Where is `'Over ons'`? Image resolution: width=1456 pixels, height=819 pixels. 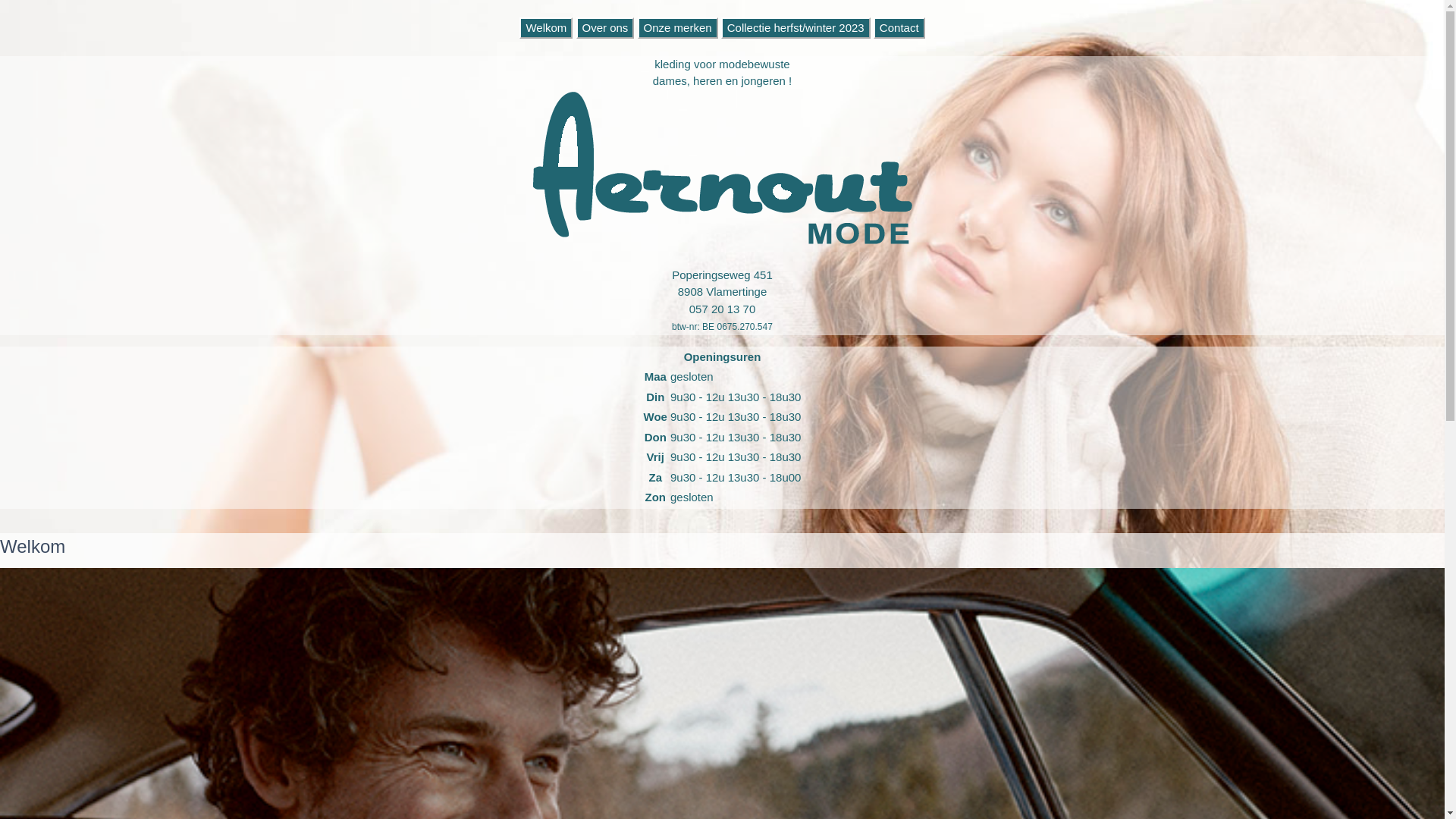 'Over ons' is located at coordinates (575, 27).